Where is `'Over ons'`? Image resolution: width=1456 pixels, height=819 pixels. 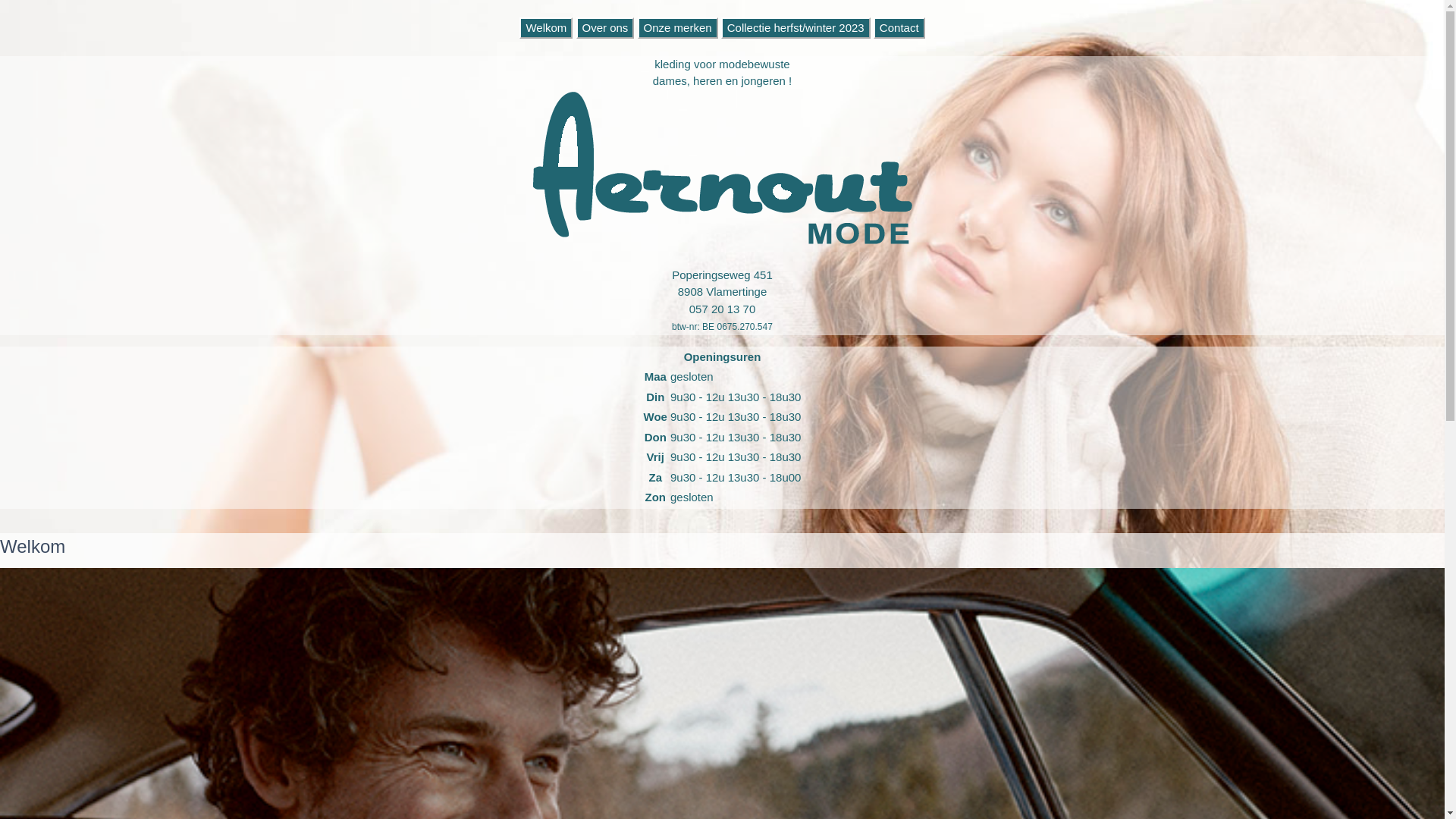 'Over ons' is located at coordinates (575, 27).